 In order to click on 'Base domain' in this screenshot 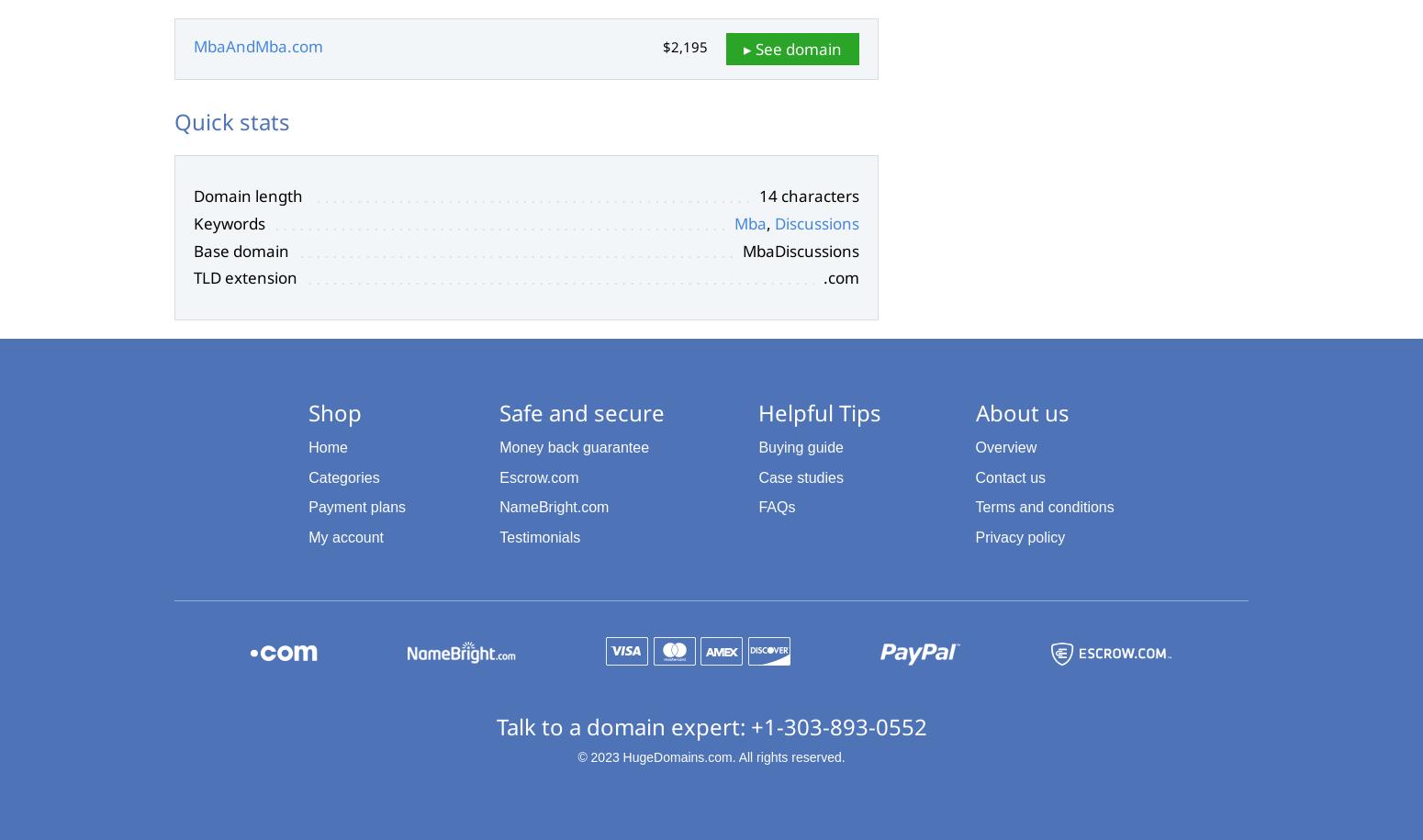, I will do `click(241, 249)`.